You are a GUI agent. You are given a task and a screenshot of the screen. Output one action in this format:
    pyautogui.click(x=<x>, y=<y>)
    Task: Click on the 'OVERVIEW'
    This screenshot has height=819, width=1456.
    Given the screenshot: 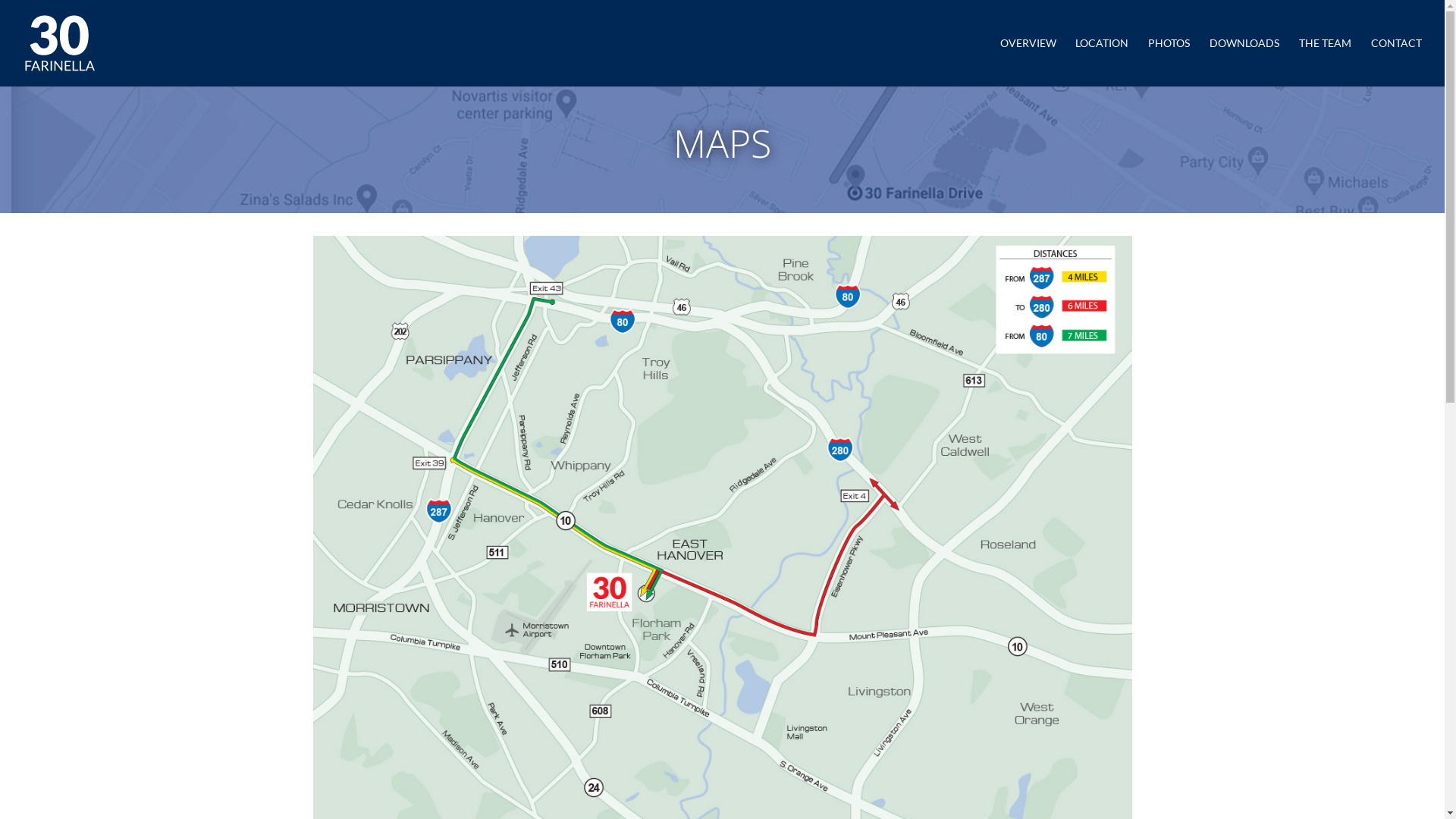 What is the action you would take?
    pyautogui.click(x=1028, y=61)
    